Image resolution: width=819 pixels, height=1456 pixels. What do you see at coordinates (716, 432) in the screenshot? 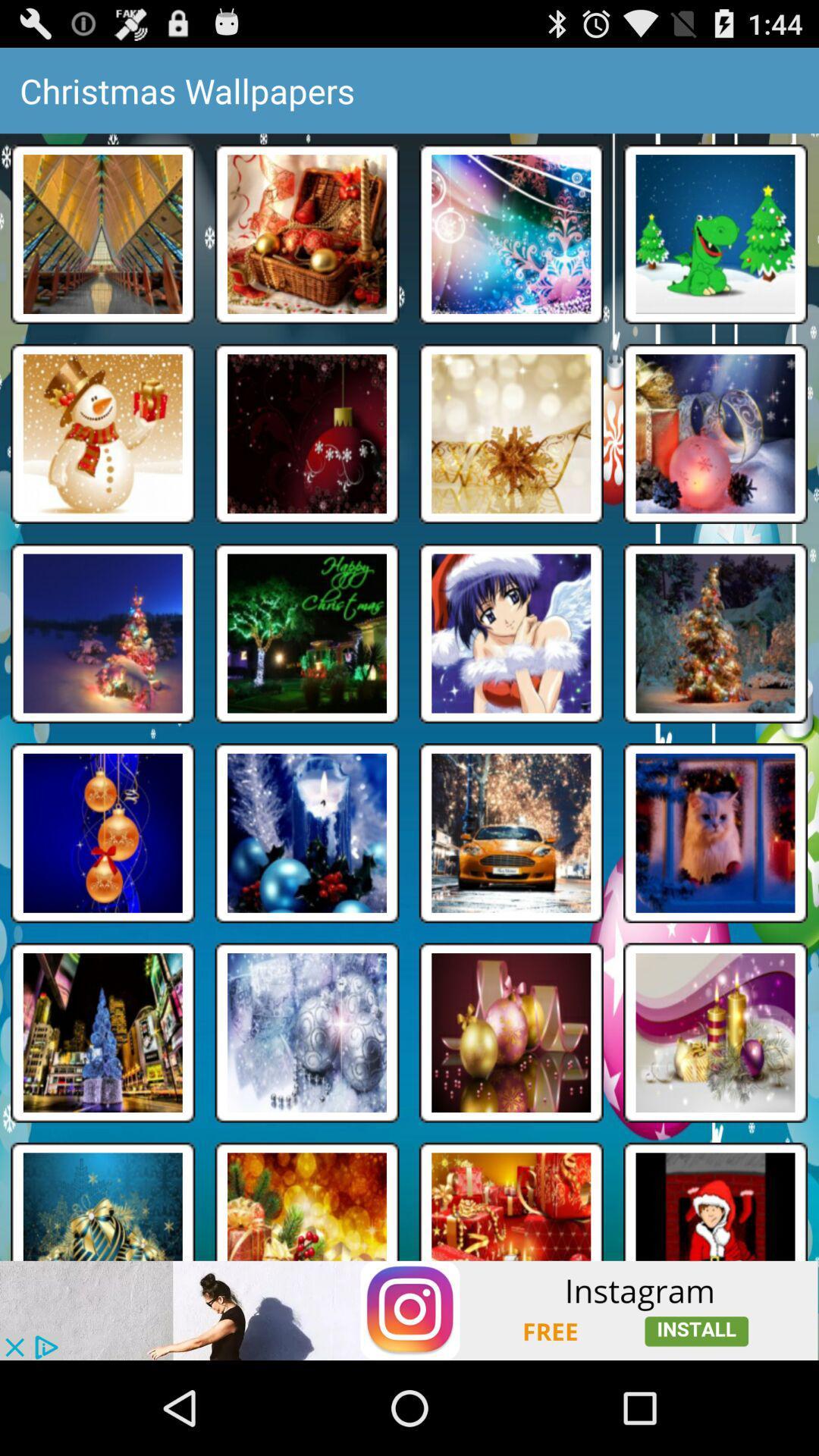
I see `the wallpaper which has pink colored jingle bell in it` at bounding box center [716, 432].